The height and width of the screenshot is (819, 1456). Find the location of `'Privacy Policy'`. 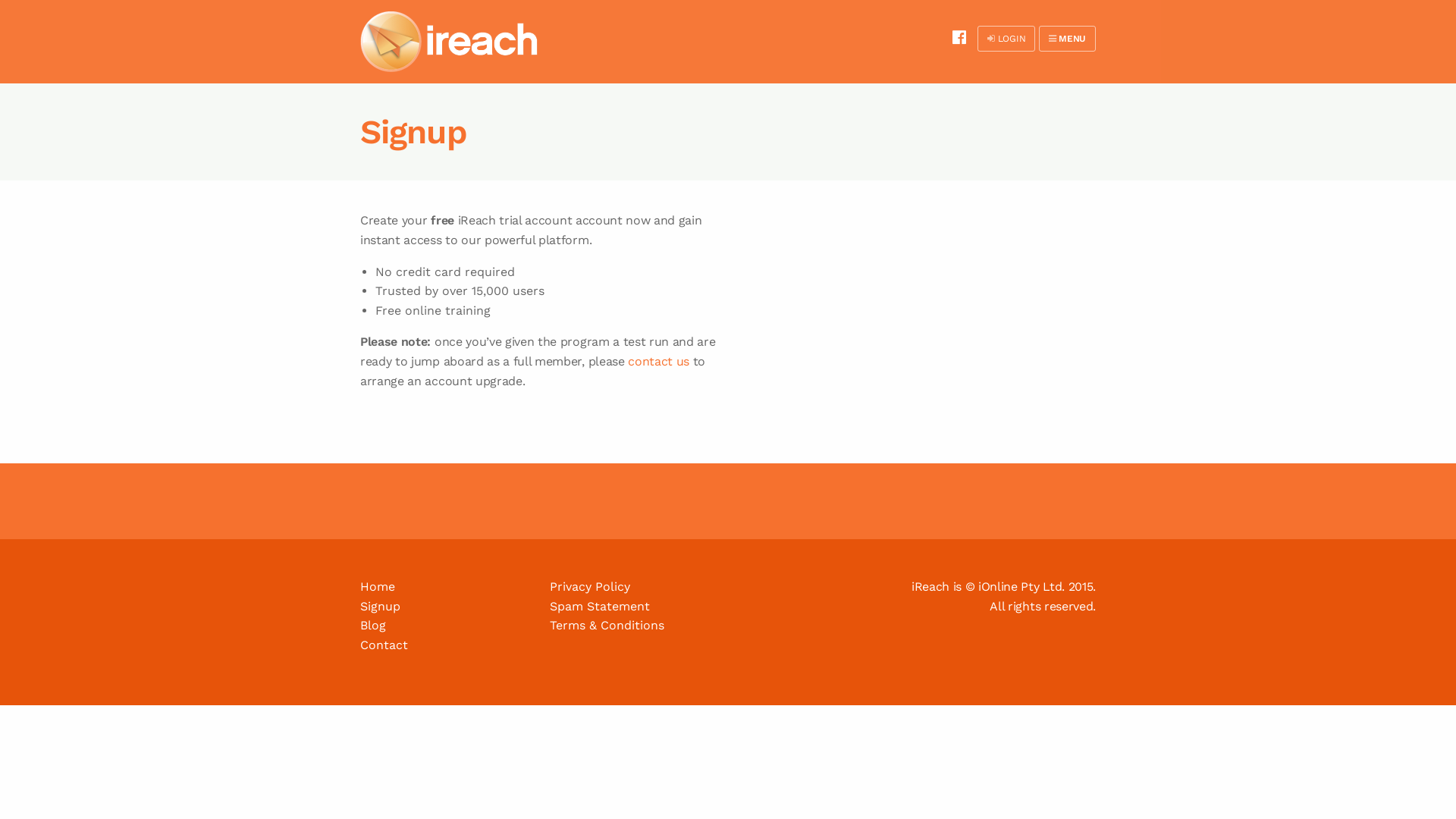

'Privacy Policy' is located at coordinates (588, 585).